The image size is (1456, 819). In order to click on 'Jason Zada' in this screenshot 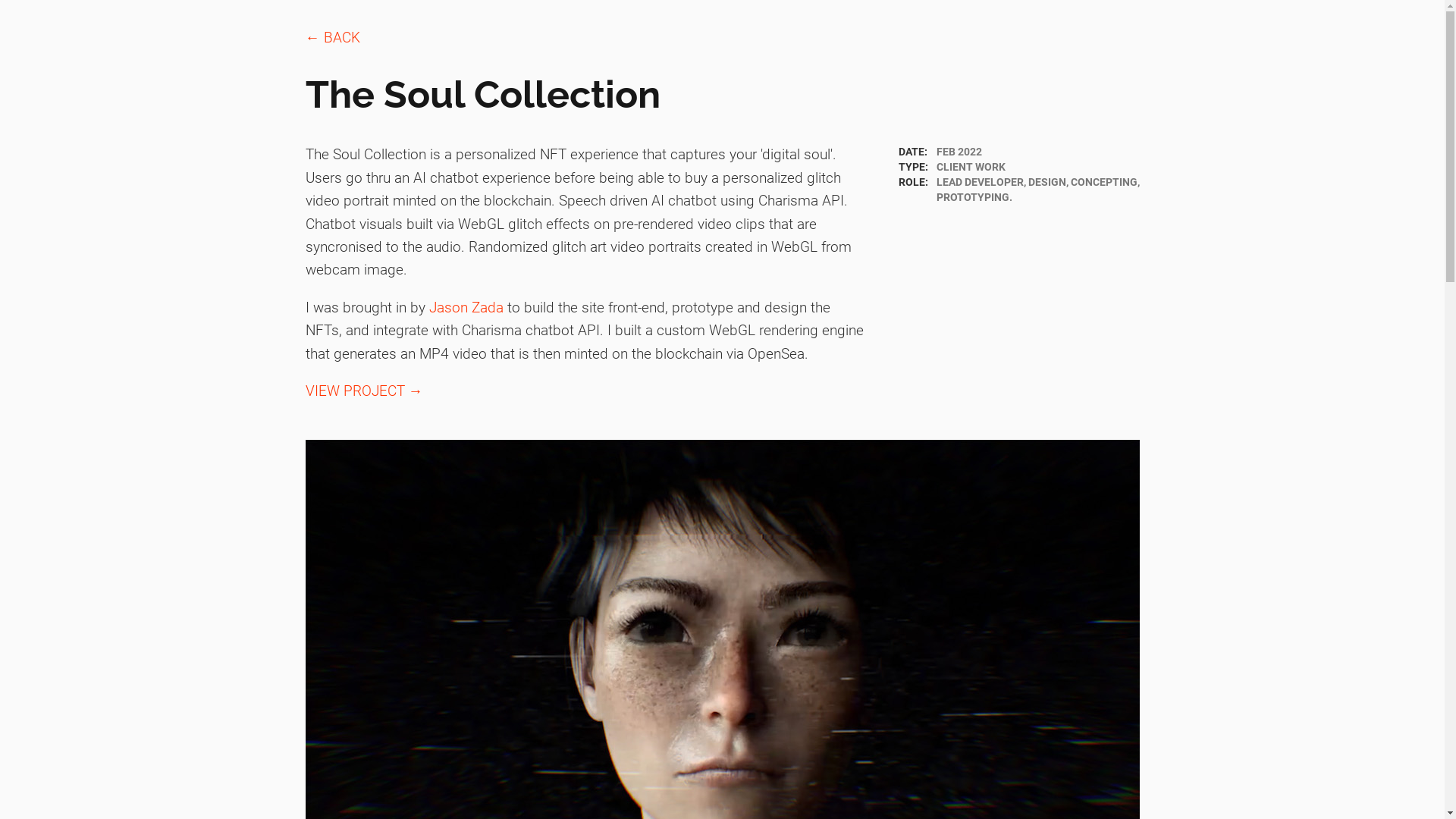, I will do `click(465, 307)`.